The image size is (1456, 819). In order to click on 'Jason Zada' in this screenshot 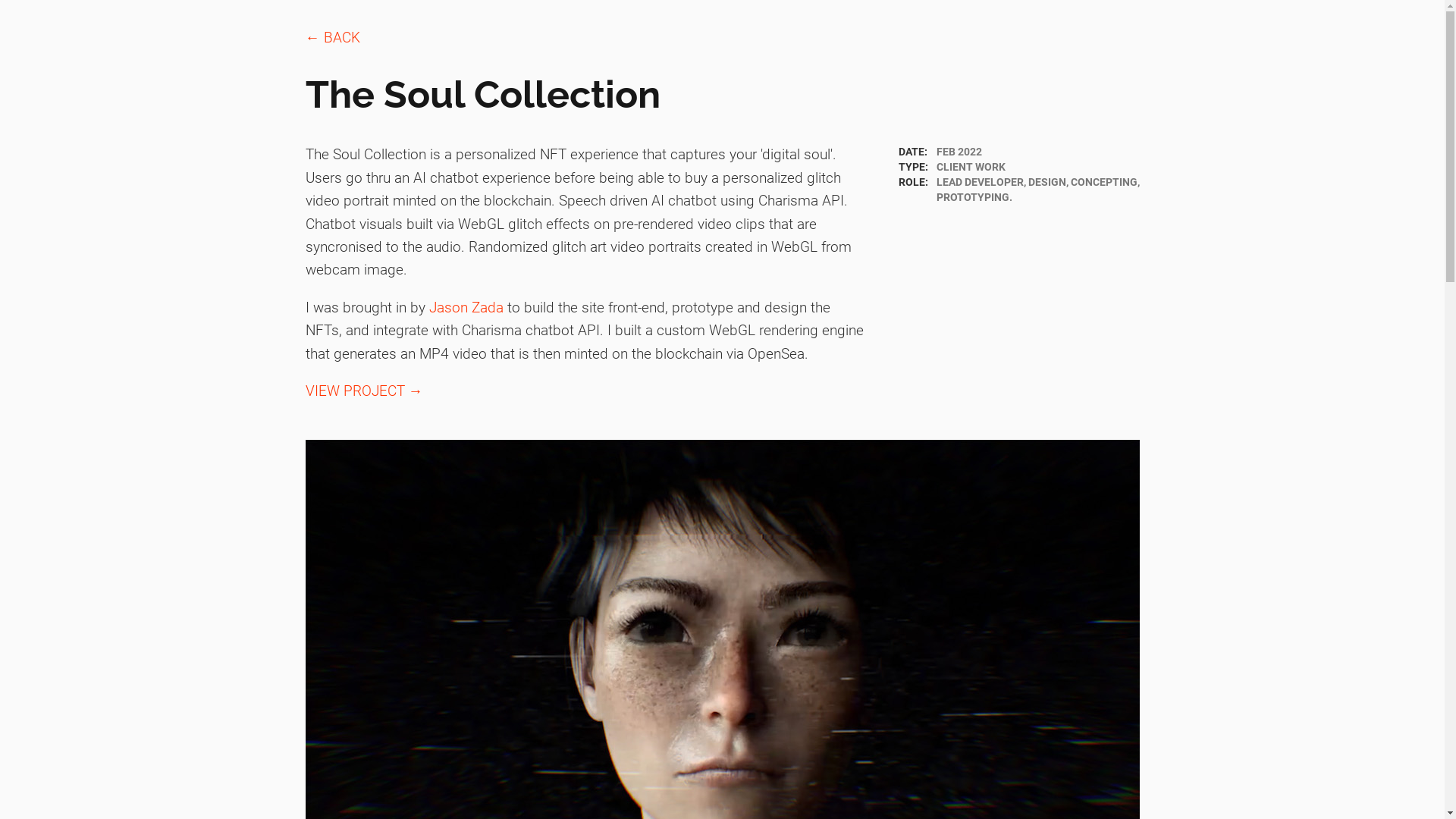, I will do `click(465, 307)`.